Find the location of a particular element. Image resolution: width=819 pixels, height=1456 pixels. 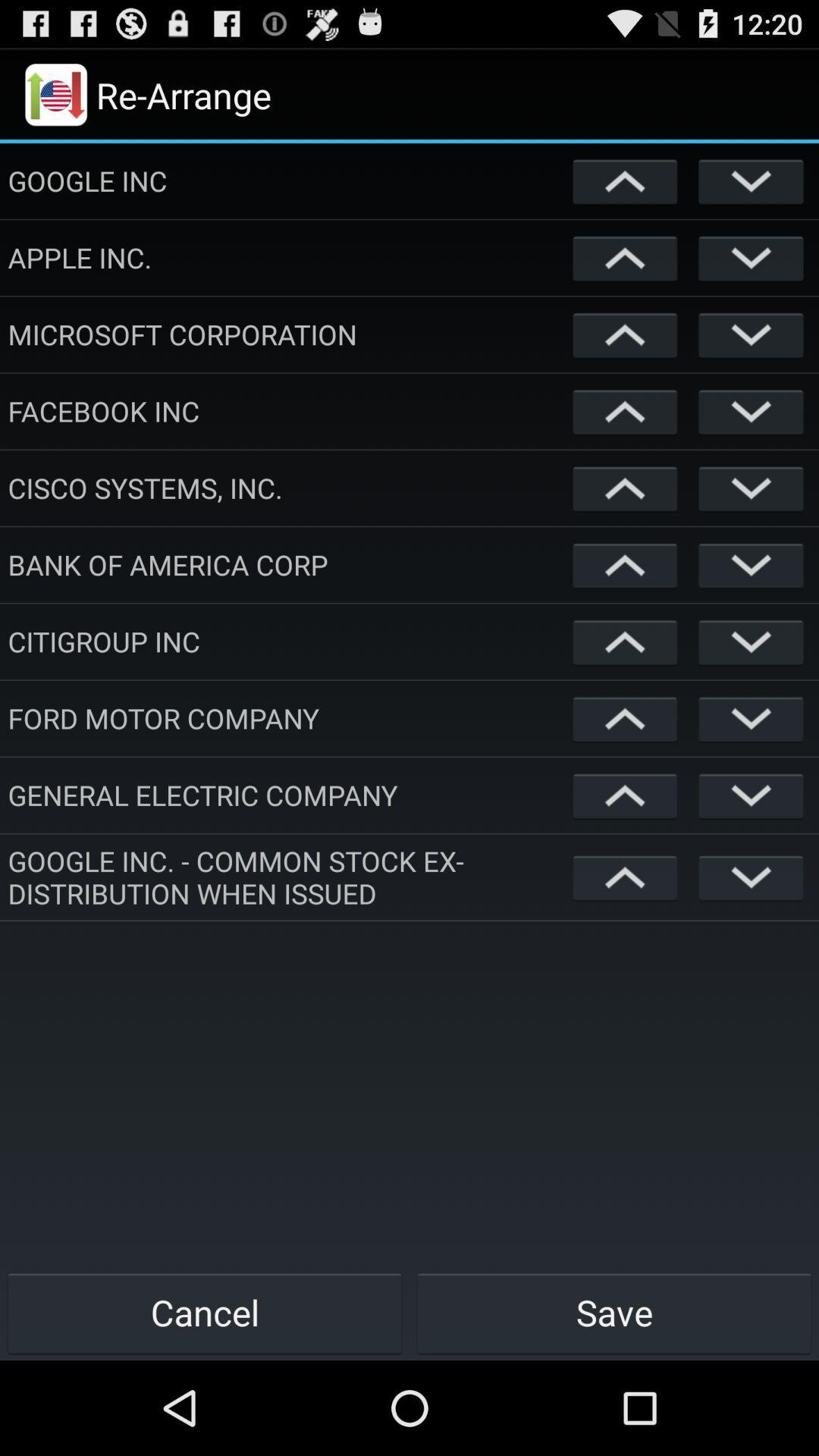

the cisco systems, inc. item is located at coordinates (287, 488).